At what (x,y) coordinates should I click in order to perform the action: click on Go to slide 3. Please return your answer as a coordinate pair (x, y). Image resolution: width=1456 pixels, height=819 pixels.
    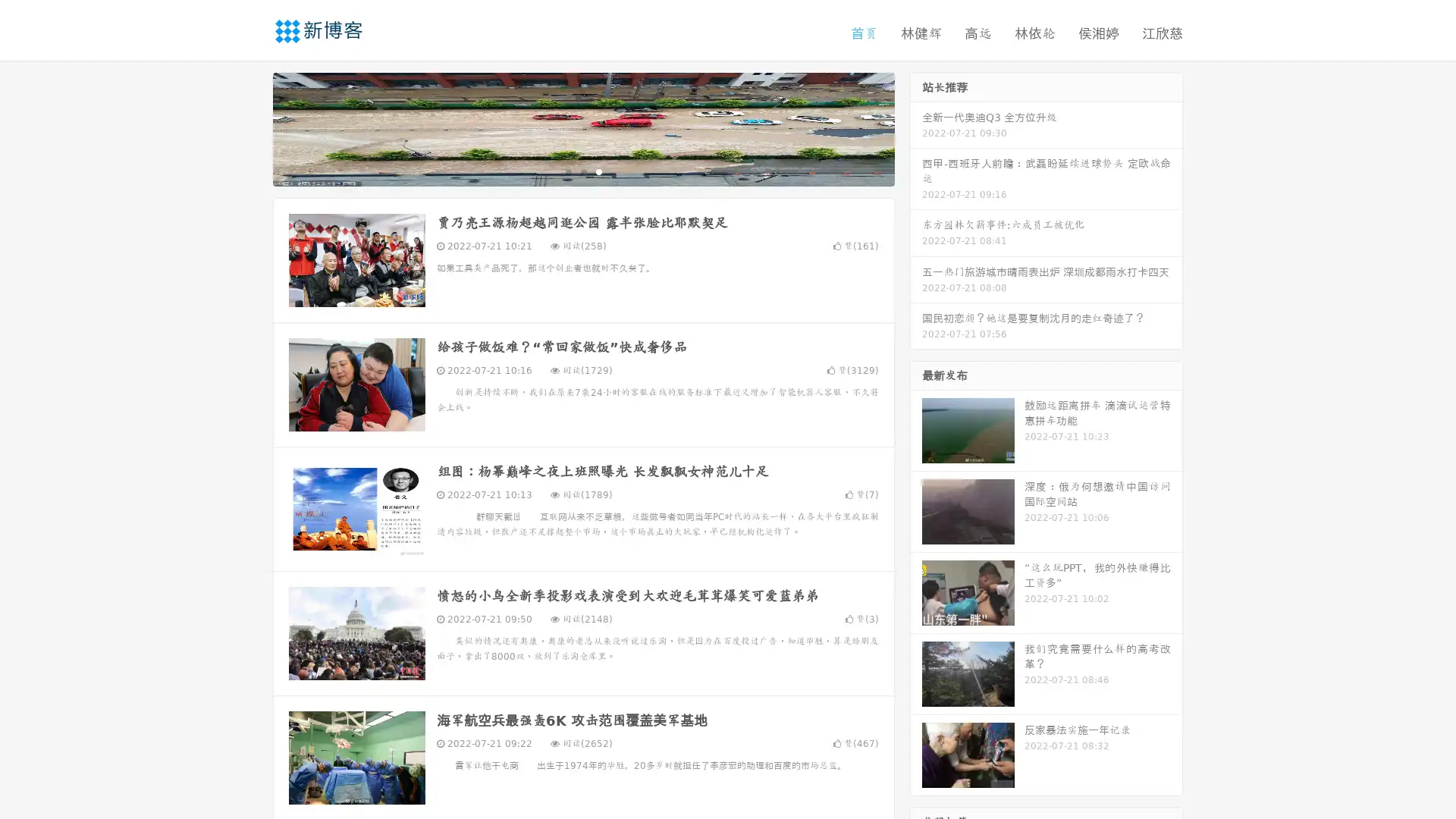
    Looking at the image, I should click on (598, 171).